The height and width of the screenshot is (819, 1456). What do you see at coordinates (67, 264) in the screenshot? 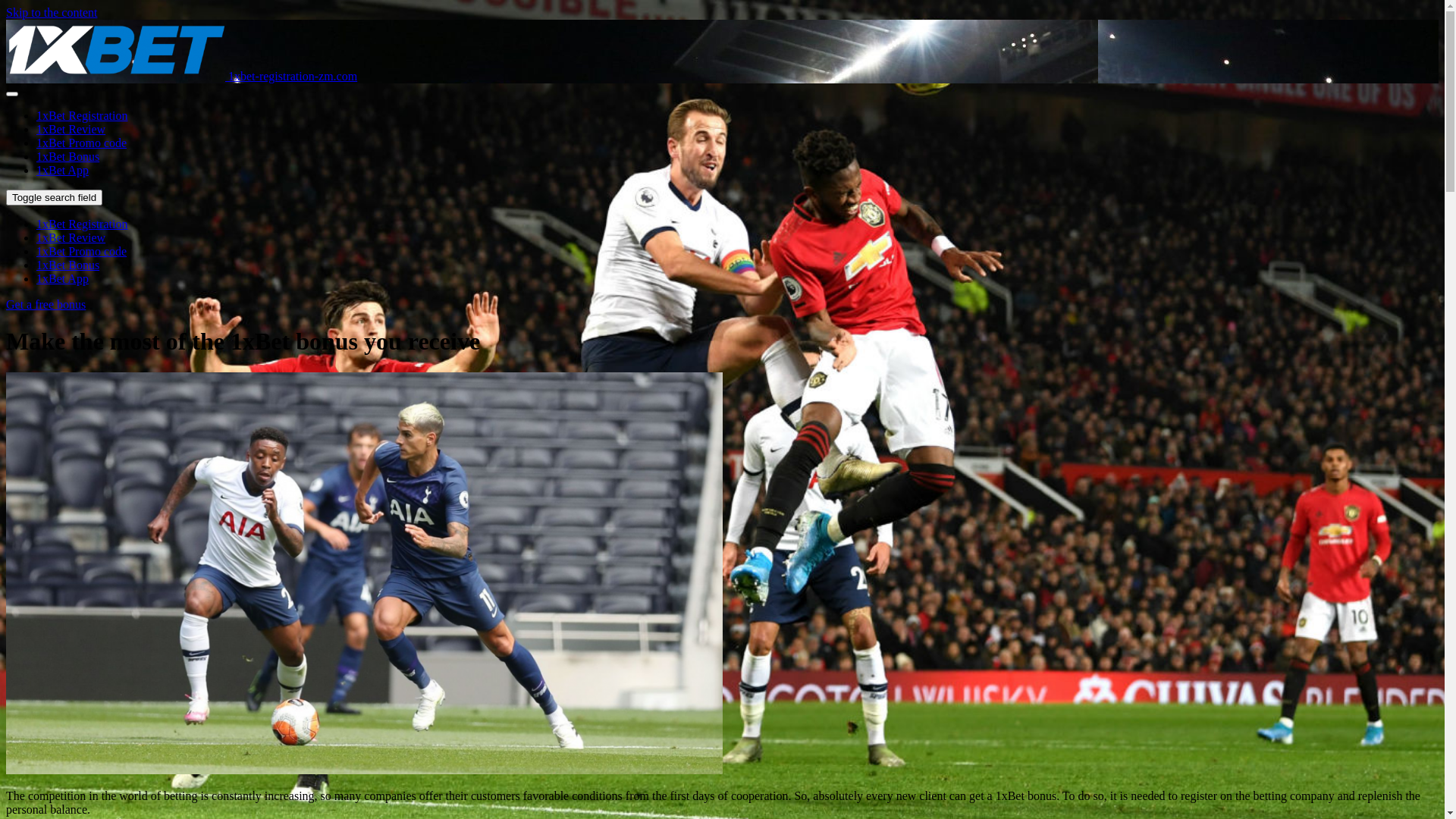
I see `'1xBet Bonus'` at bounding box center [67, 264].